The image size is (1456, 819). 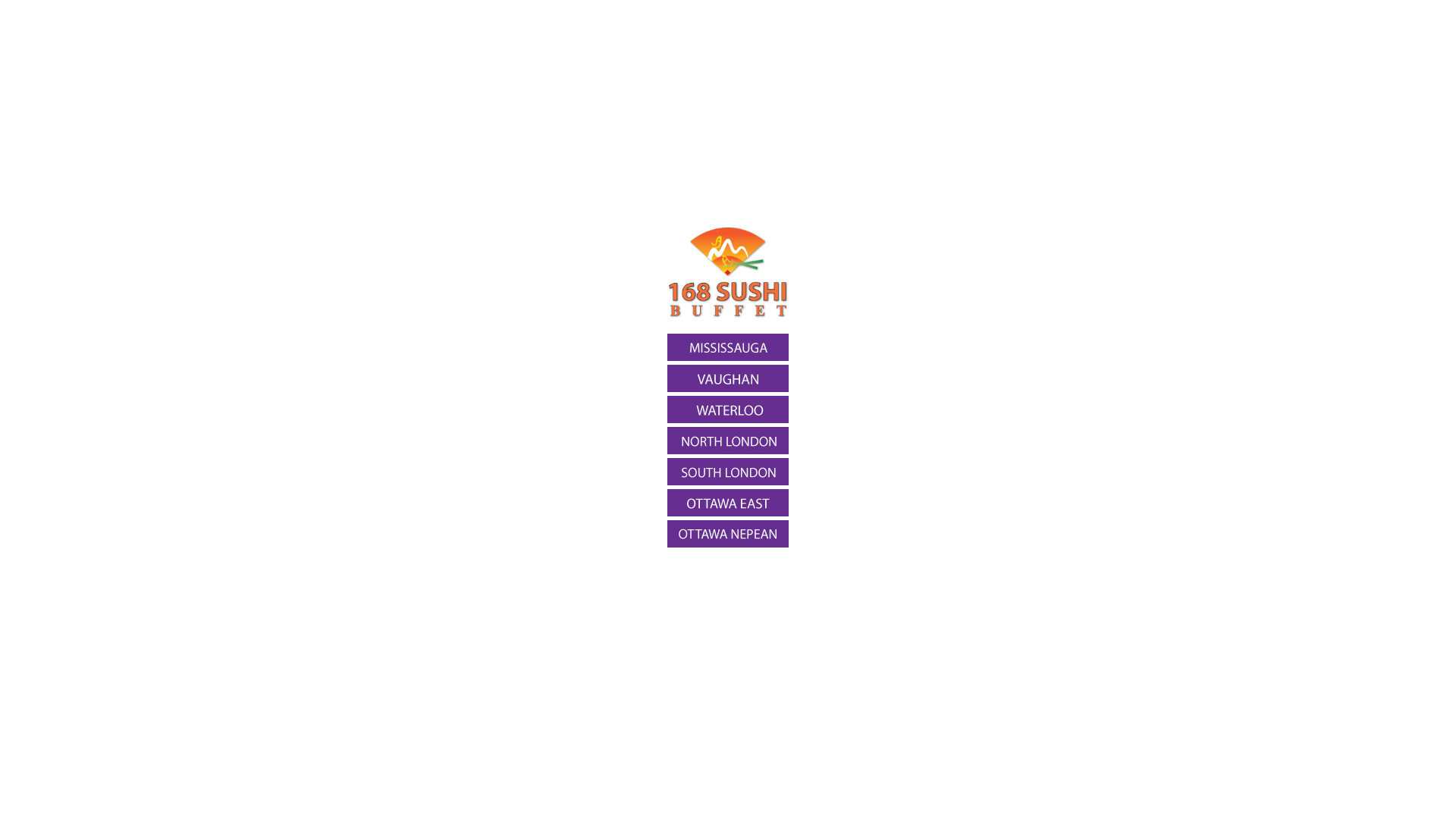 What do you see at coordinates (728, 441) in the screenshot?
I see `'North London'` at bounding box center [728, 441].